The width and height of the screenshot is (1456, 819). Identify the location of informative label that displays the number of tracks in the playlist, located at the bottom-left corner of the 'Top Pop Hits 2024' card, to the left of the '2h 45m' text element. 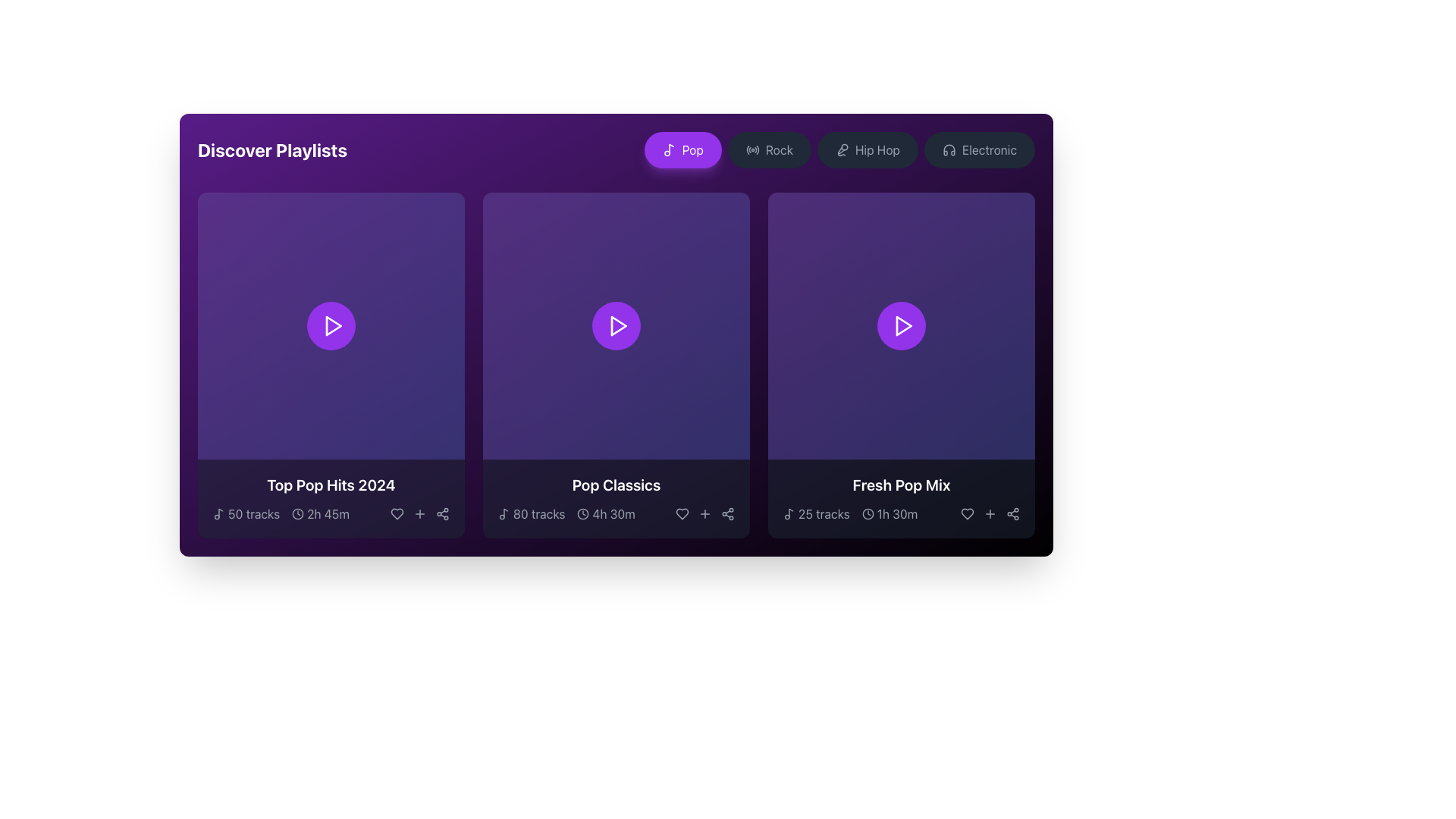
(246, 513).